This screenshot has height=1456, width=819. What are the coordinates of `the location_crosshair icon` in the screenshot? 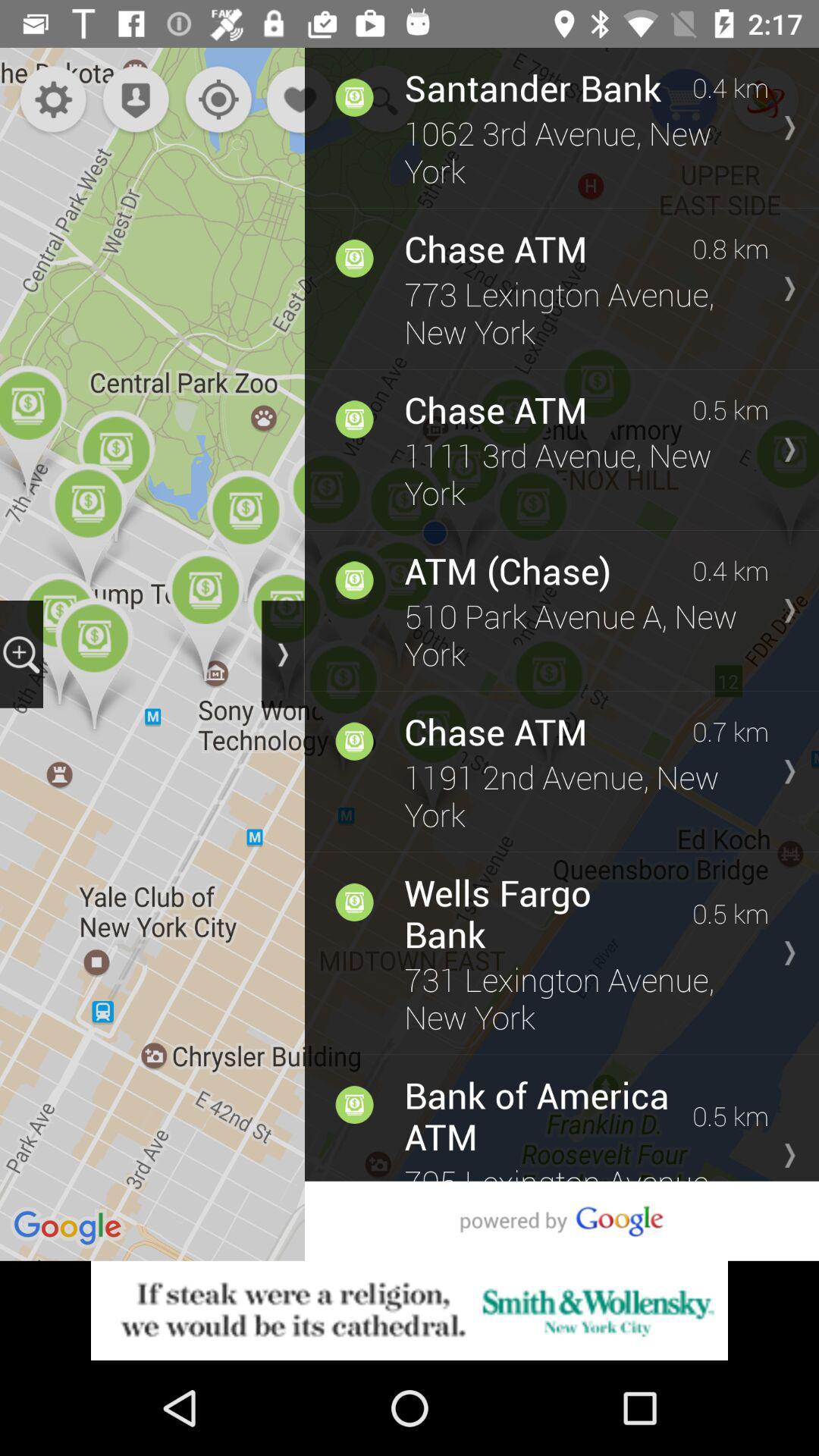 It's located at (215, 100).